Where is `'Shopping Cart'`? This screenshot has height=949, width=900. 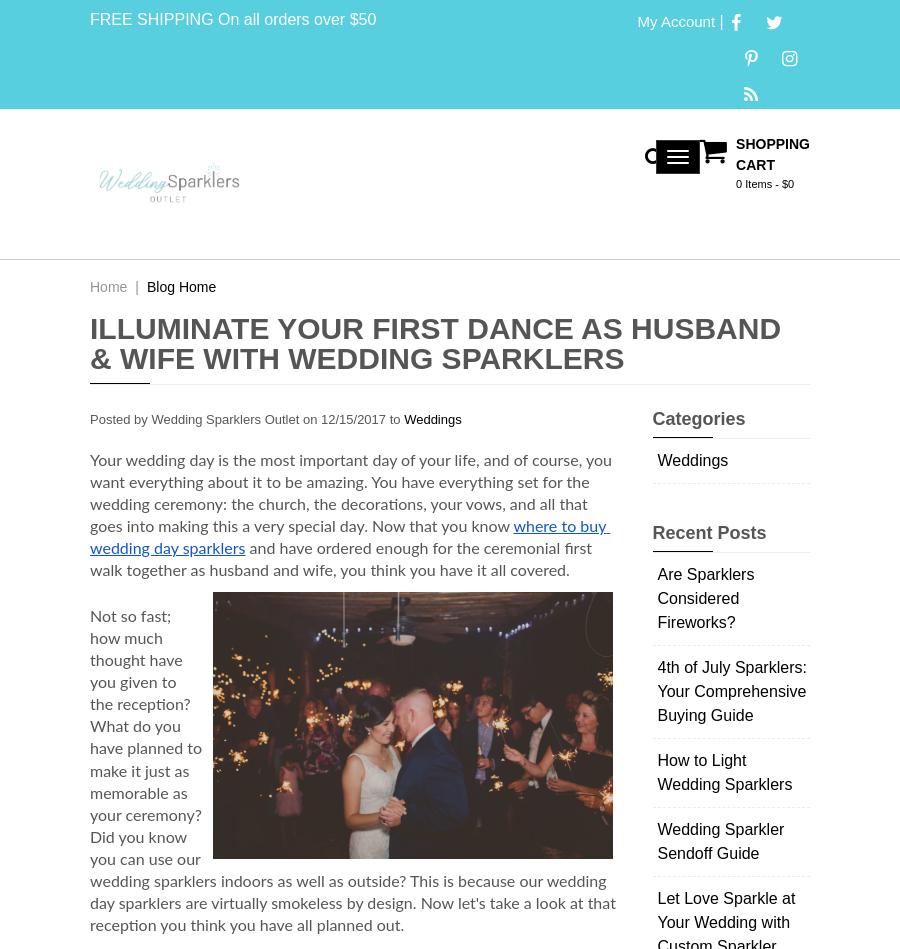
'Shopping Cart' is located at coordinates (772, 154).